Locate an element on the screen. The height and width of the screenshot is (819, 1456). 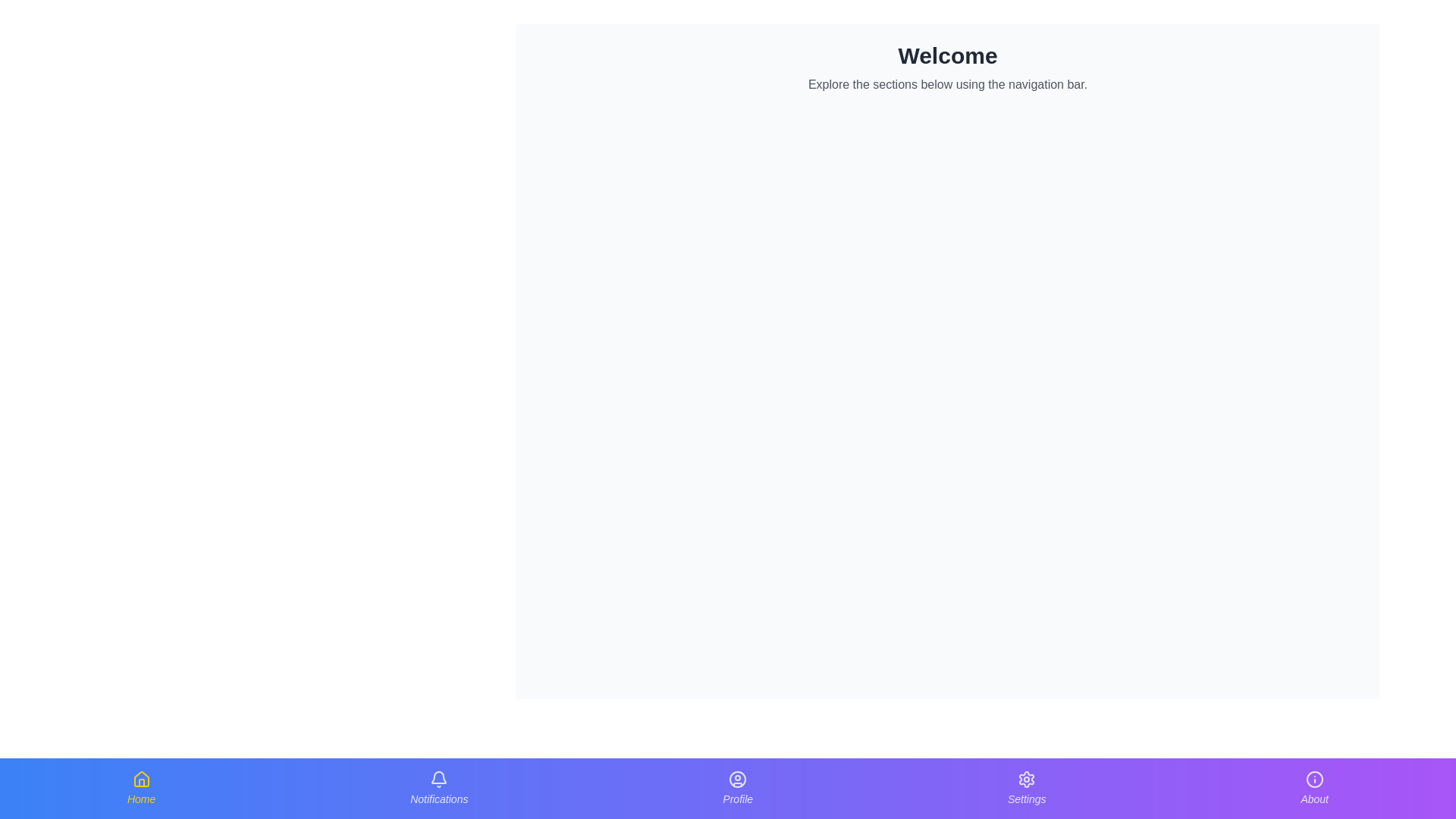
the topmost part of the home icon in the bottom navigation bar, which serves as the visual representation for the 'Home' section is located at coordinates (141, 779).